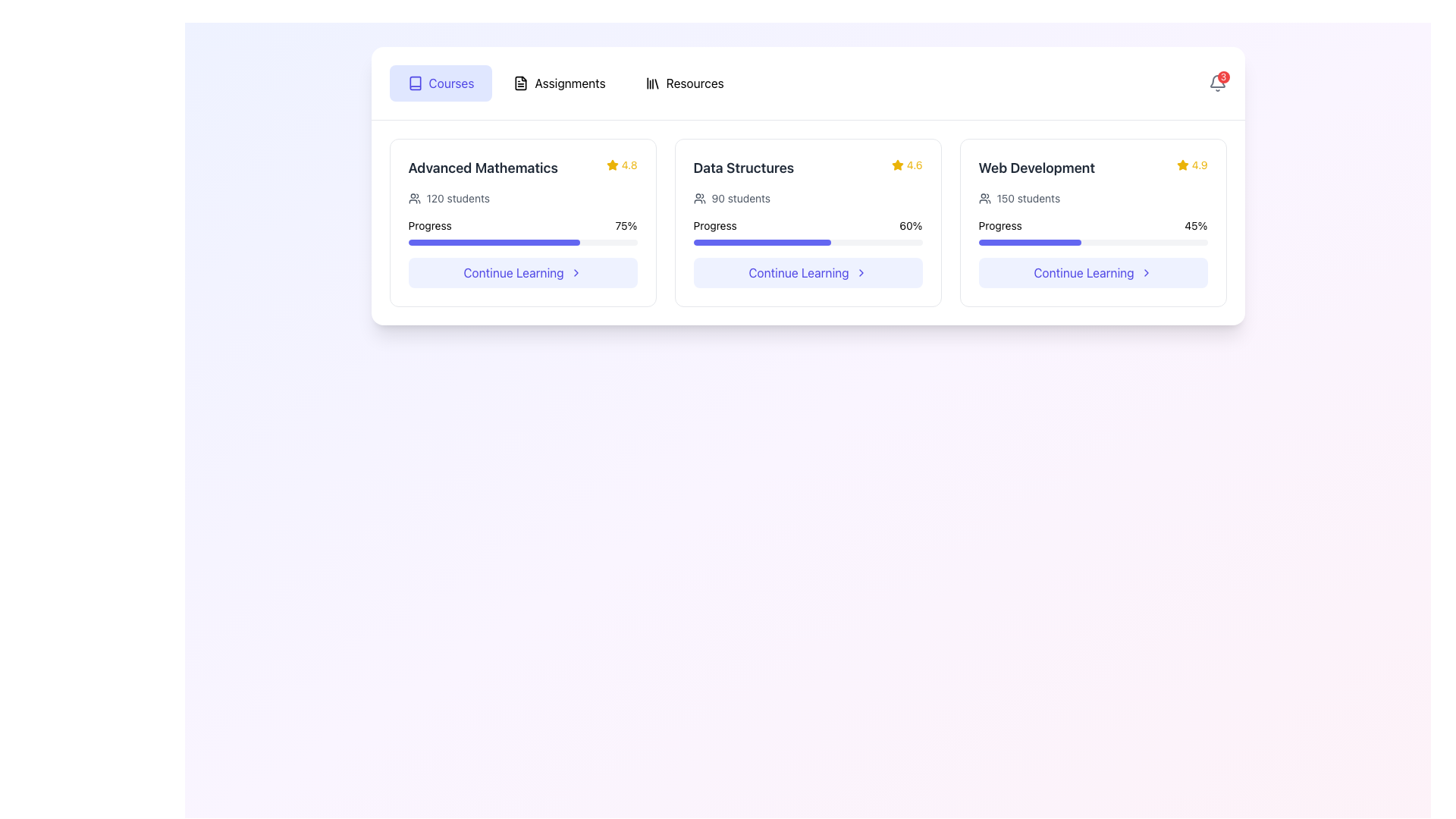  Describe the element at coordinates (1181, 165) in the screenshot. I see `the yellow star-shaped icon next to the numeric rating of '4.9' in the top right corner of the 'Web Development' card` at that location.